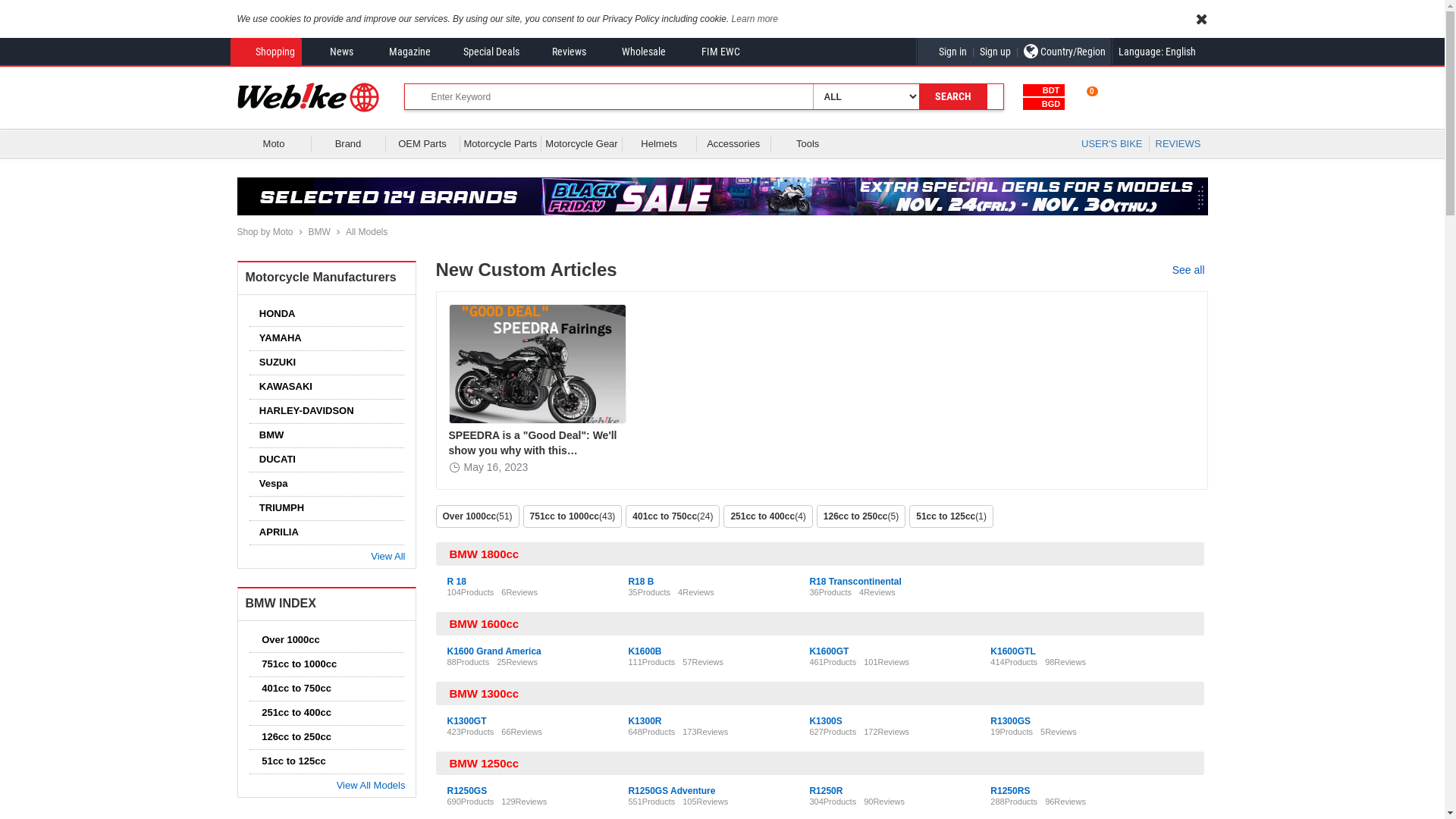 This screenshot has height=819, width=1456. What do you see at coordinates (254, 663) in the screenshot?
I see `'751cc to 1000cc'` at bounding box center [254, 663].